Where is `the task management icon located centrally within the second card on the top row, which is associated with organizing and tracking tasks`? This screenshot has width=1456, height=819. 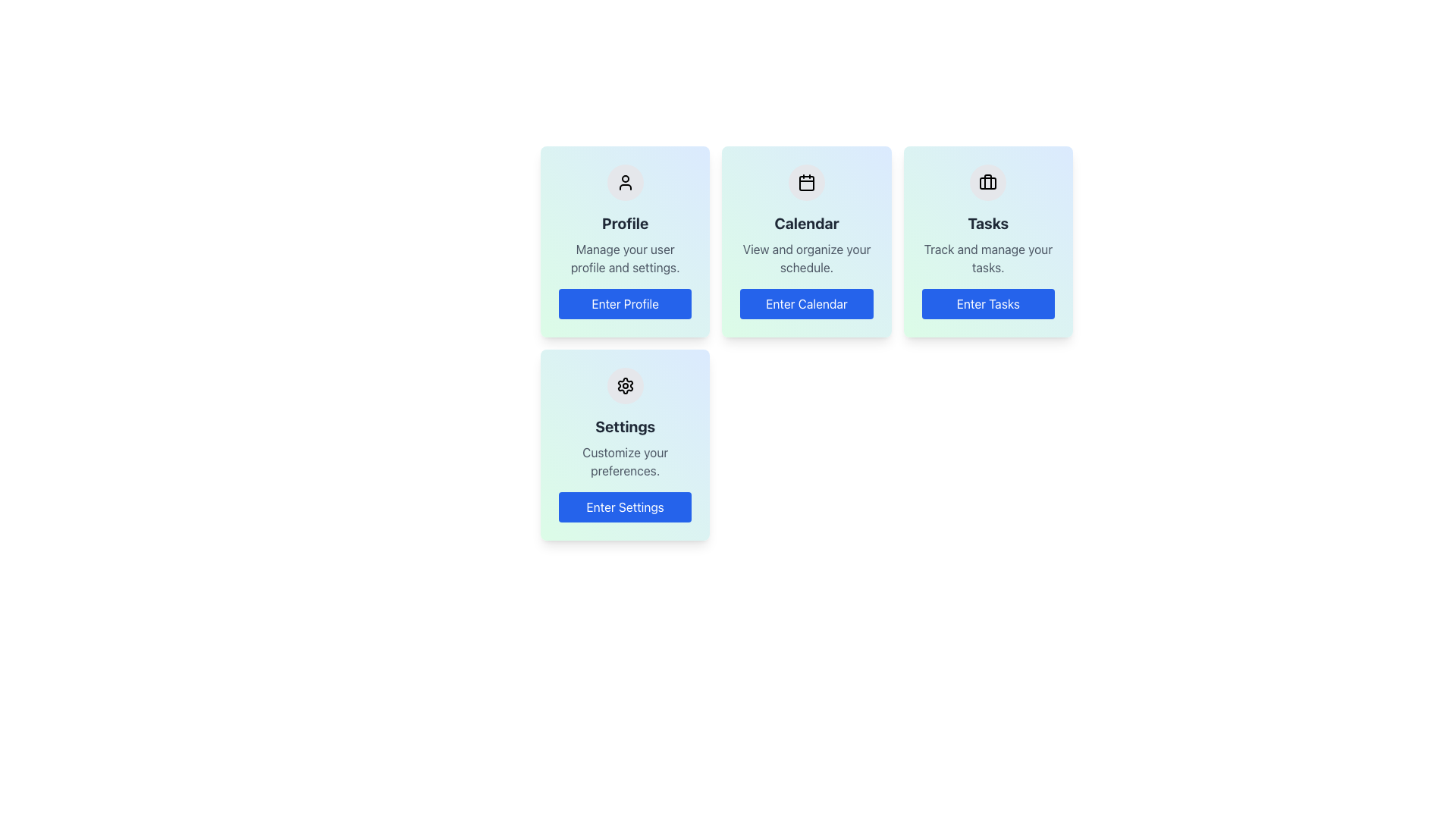 the task management icon located centrally within the second card on the top row, which is associated with organizing and tracking tasks is located at coordinates (988, 181).